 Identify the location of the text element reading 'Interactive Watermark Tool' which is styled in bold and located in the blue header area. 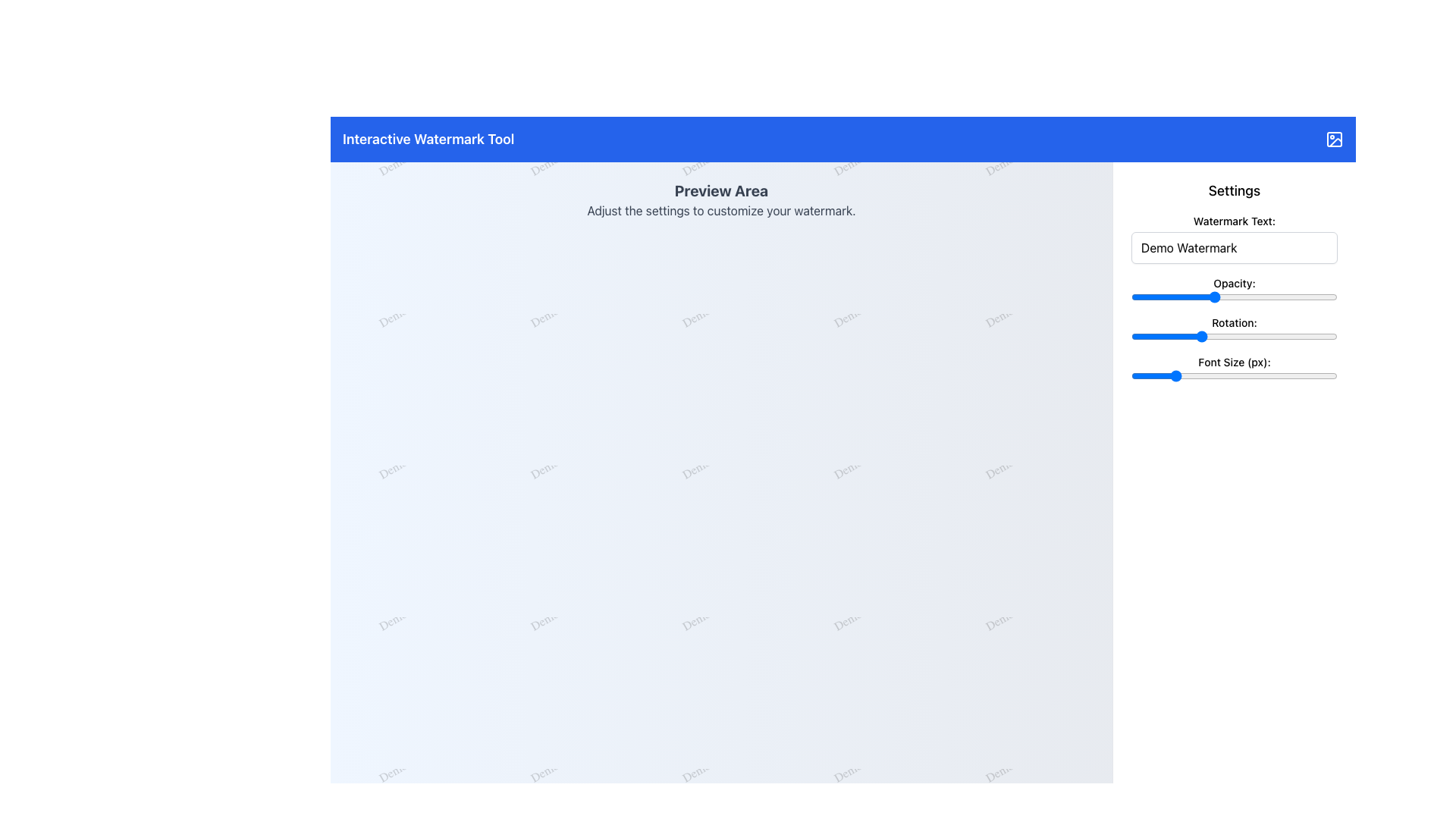
(428, 140).